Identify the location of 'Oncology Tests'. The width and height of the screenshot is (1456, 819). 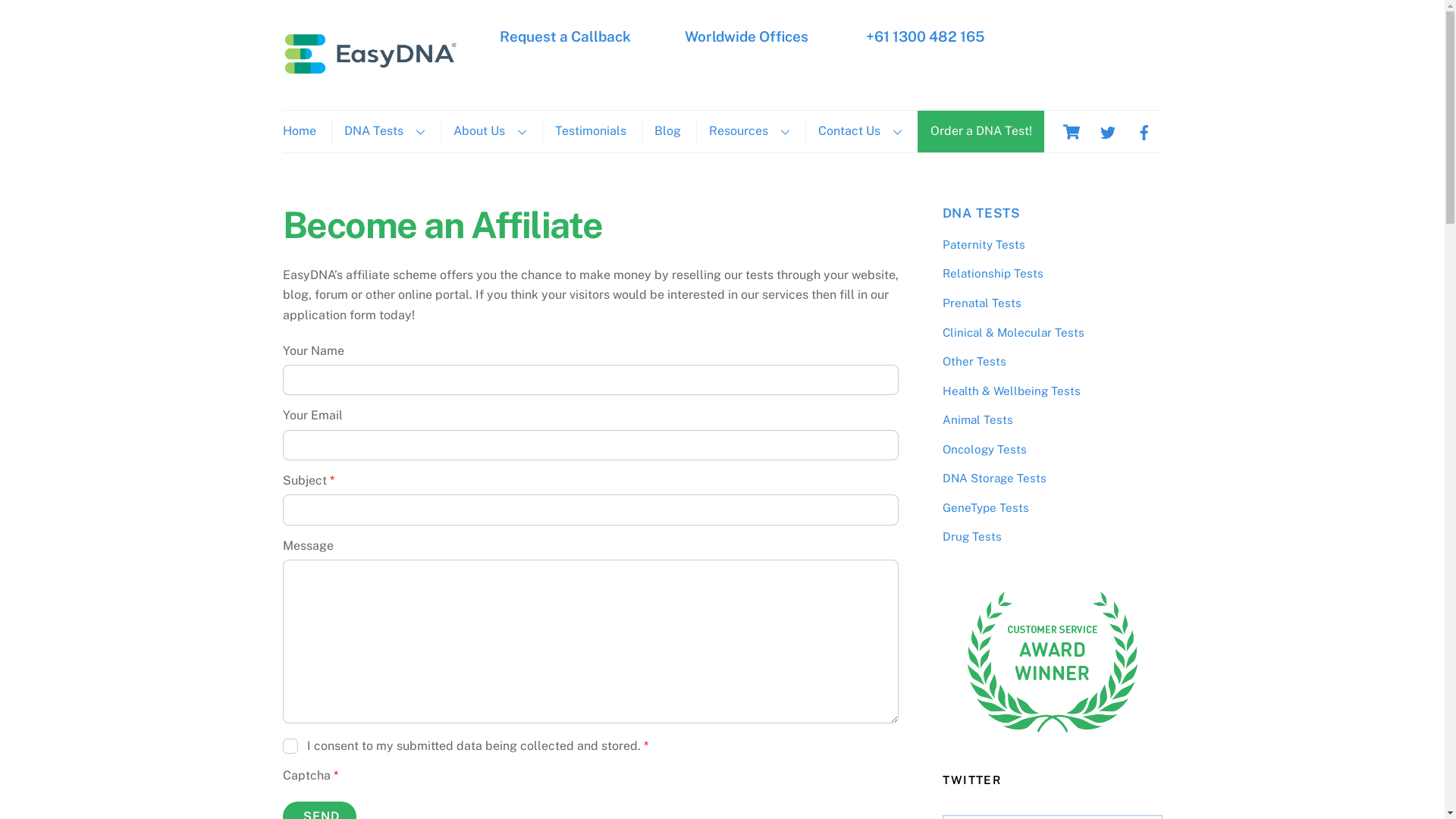
(984, 448).